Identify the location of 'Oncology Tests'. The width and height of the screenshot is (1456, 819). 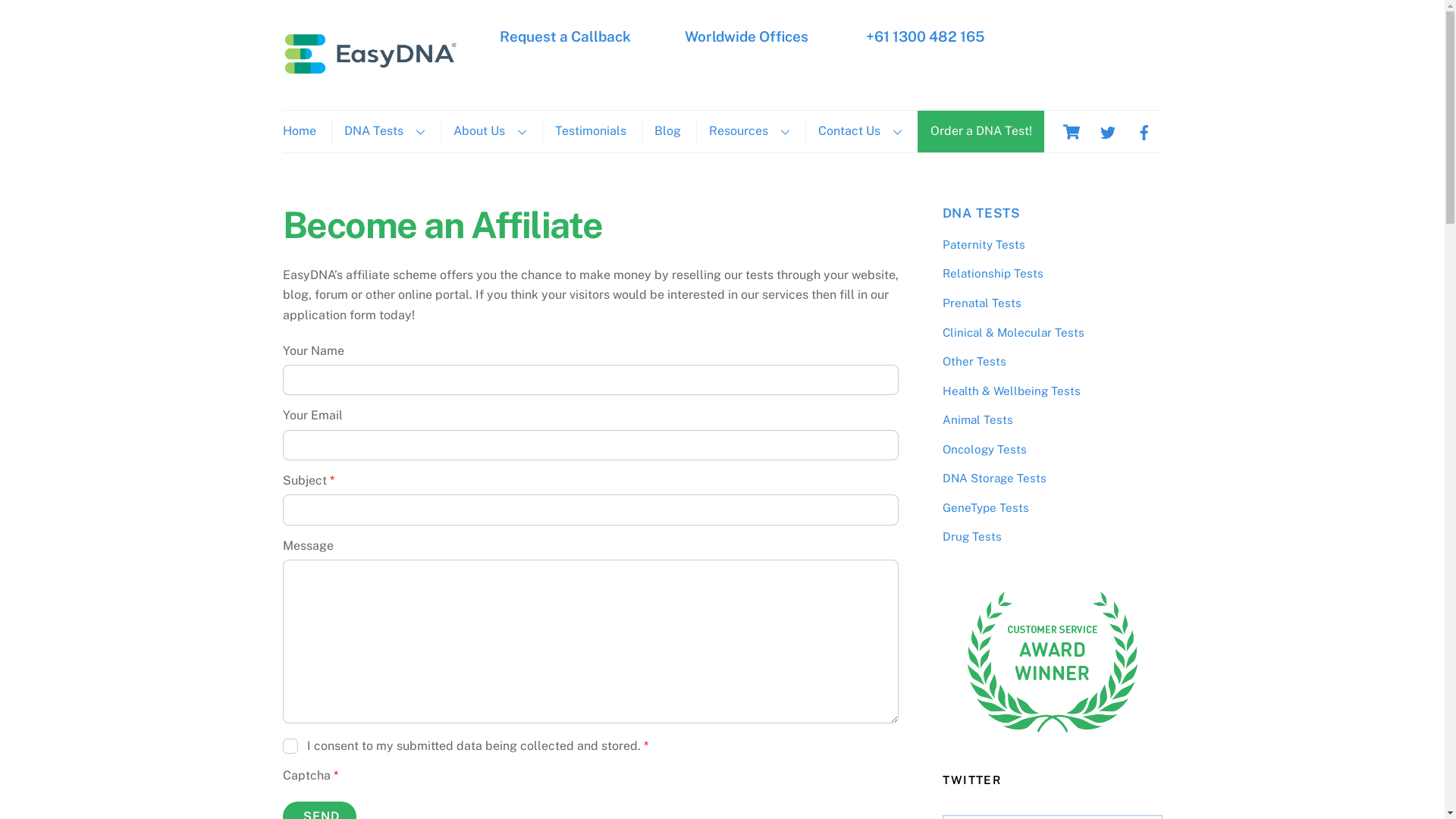
(984, 448).